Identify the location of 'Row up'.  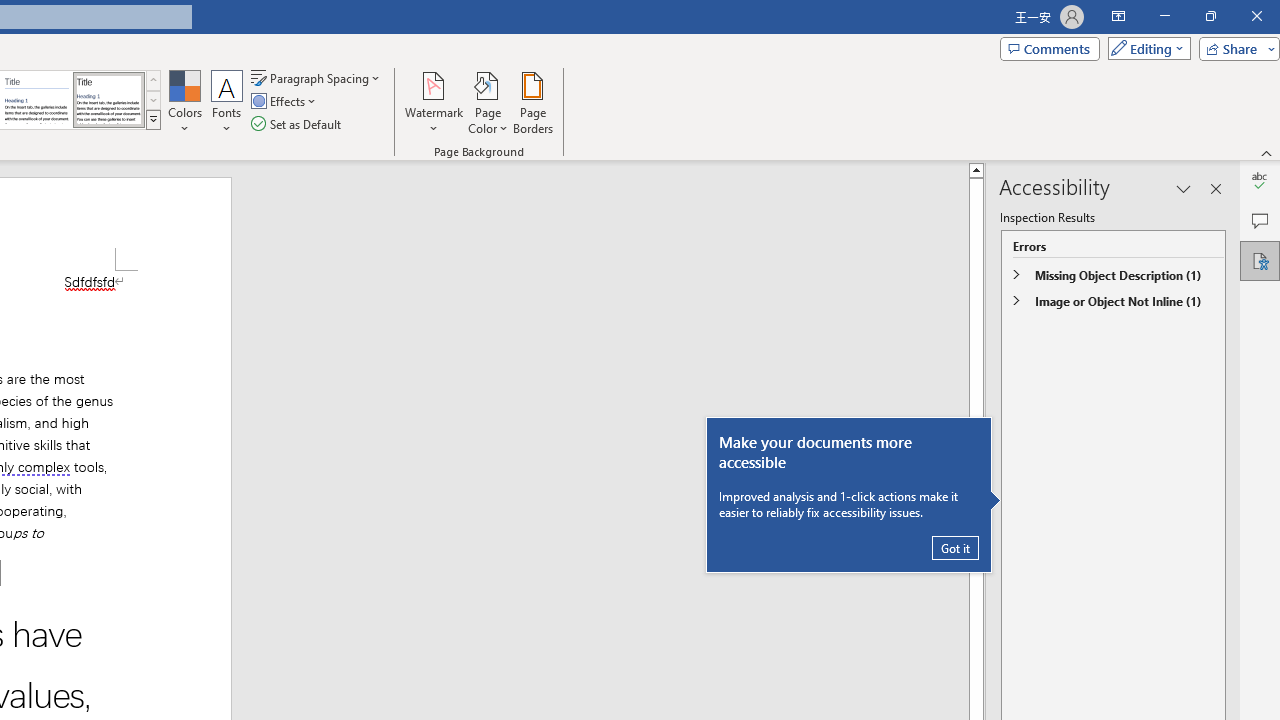
(152, 79).